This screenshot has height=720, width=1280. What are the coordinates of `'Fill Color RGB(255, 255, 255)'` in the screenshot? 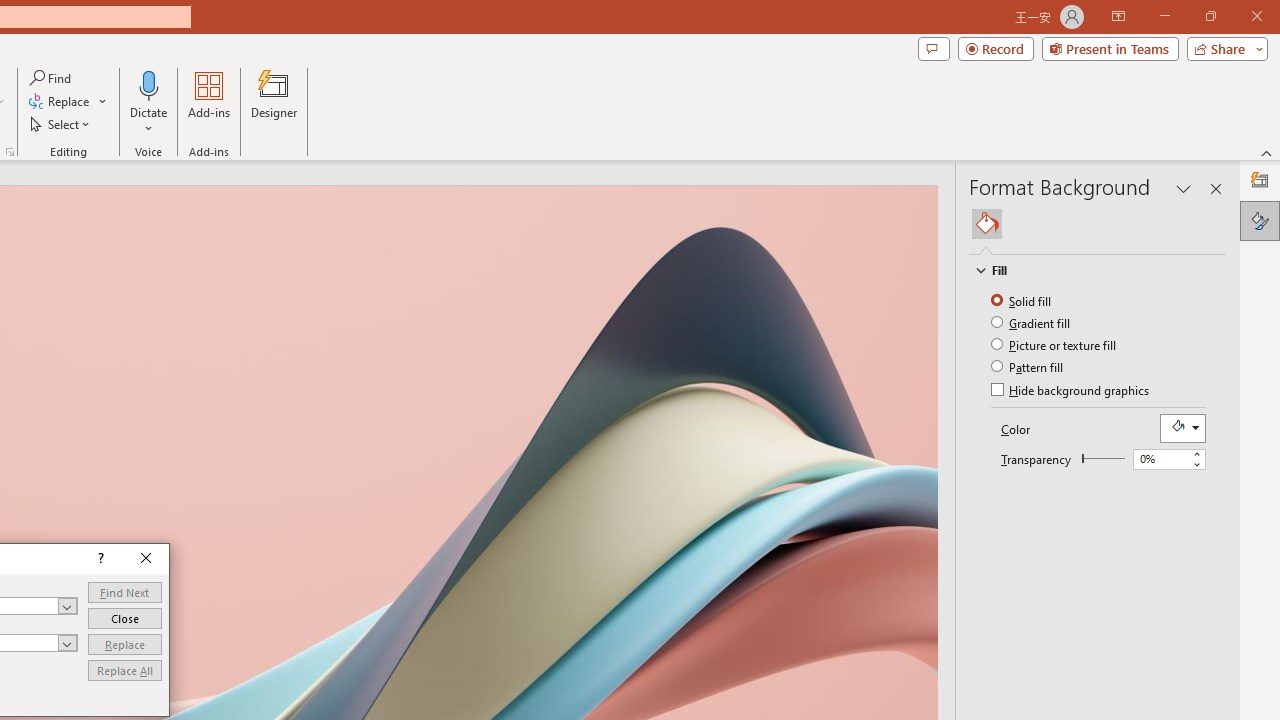 It's located at (1182, 427).